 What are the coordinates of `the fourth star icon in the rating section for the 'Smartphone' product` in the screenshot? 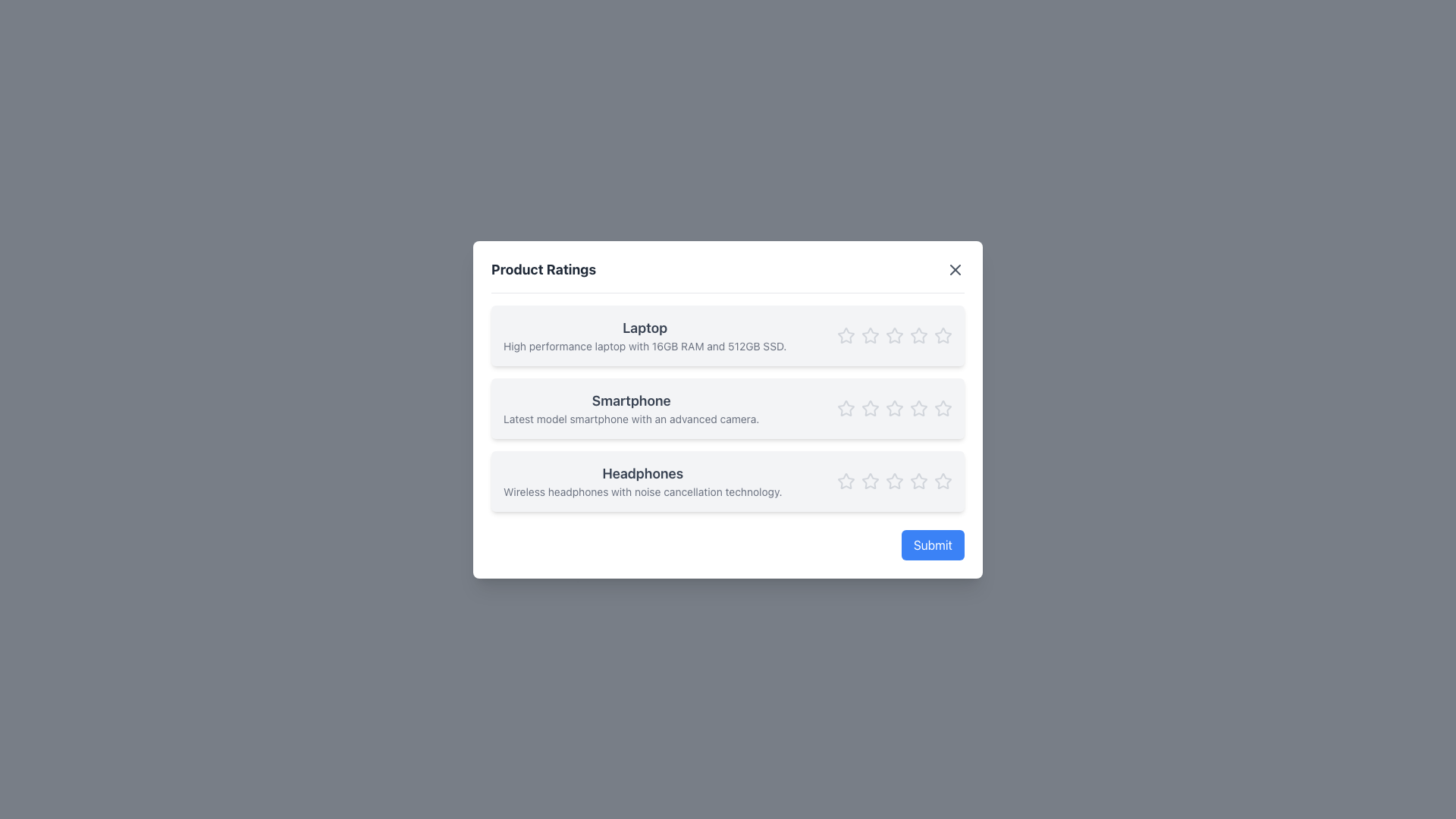 It's located at (918, 406).